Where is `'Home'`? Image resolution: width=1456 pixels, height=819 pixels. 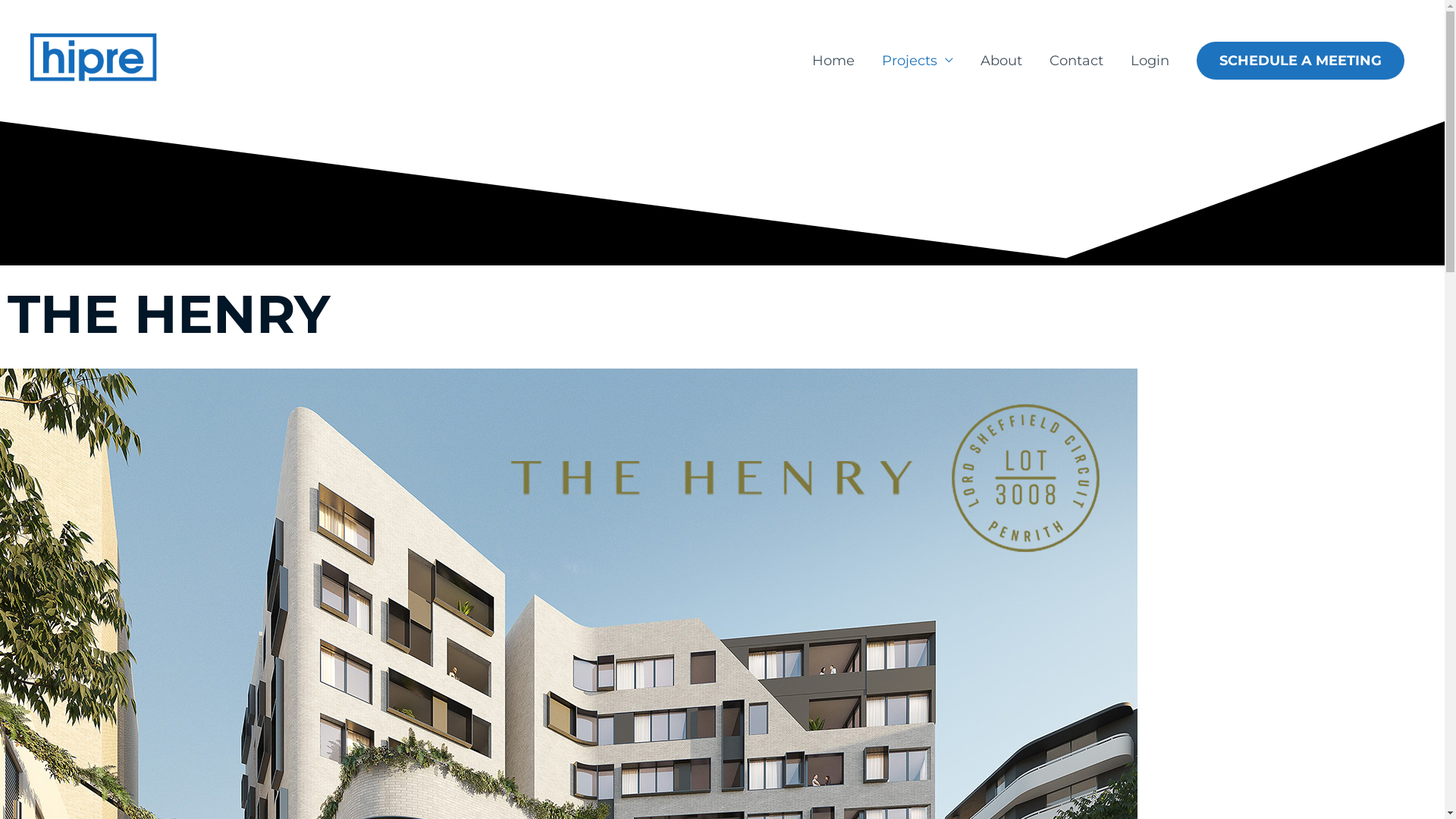 'Home' is located at coordinates (833, 60).